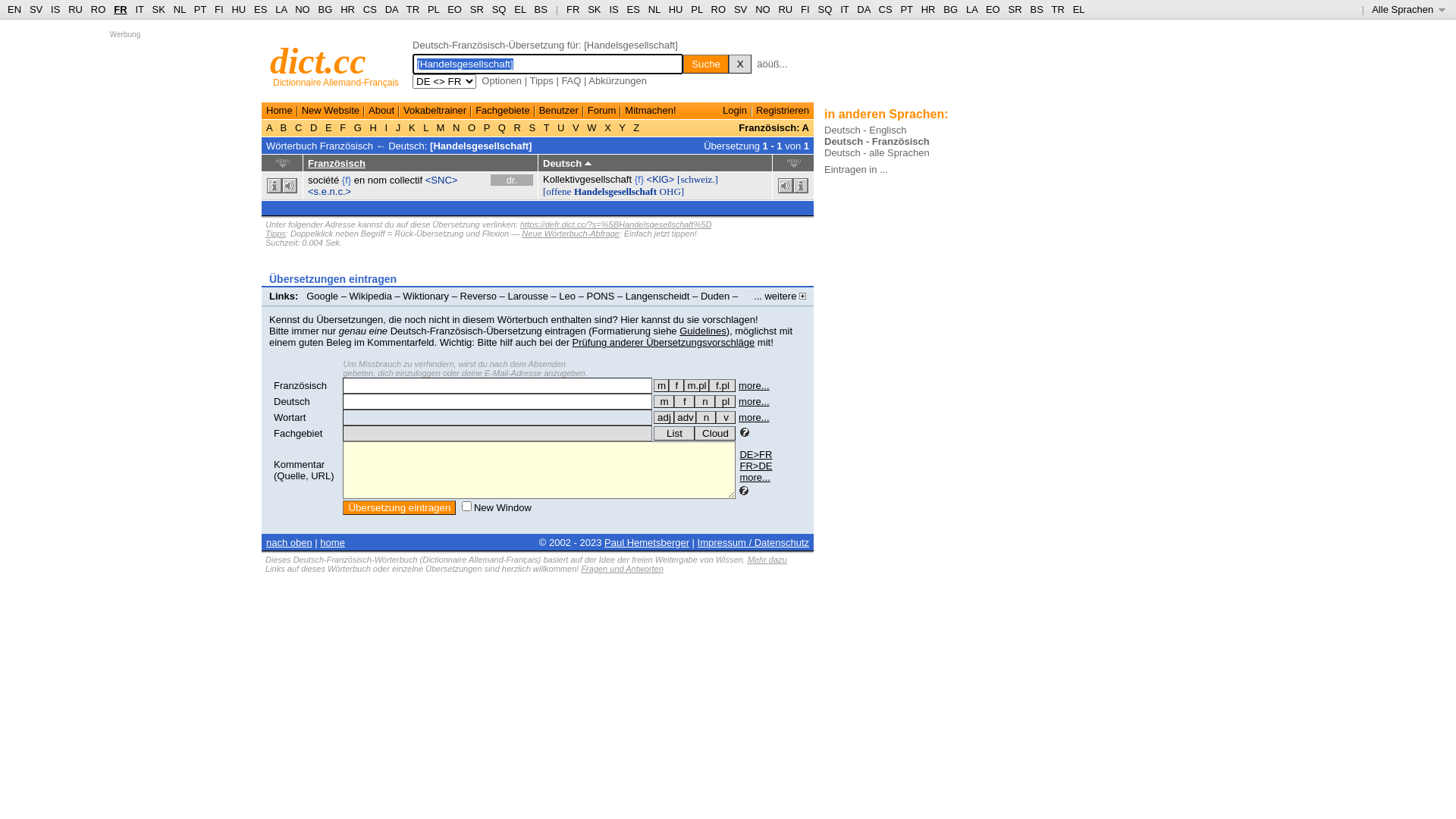  What do you see at coordinates (381, 109) in the screenshot?
I see `'About'` at bounding box center [381, 109].